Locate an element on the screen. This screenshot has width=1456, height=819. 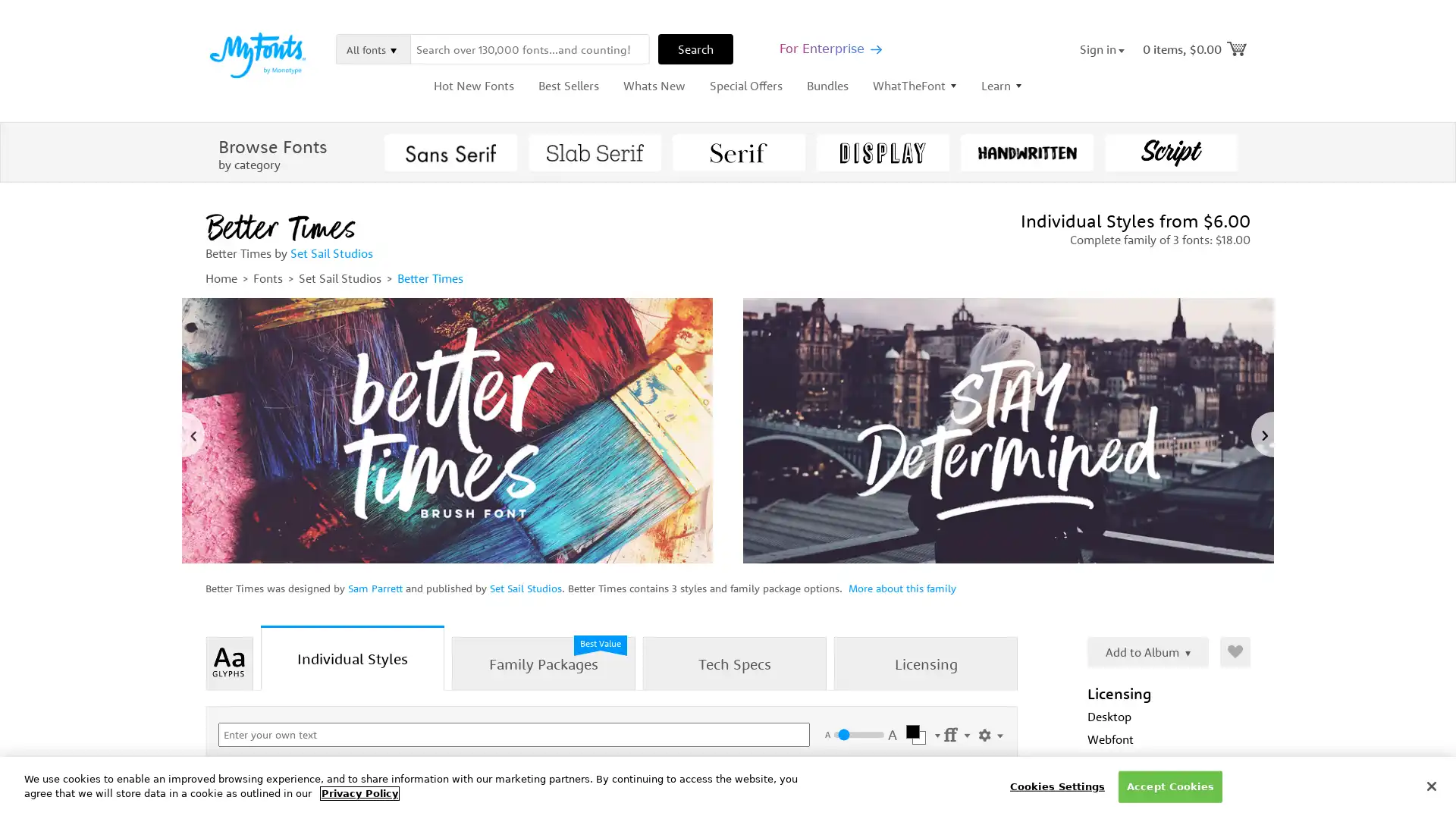
Cookies Settings is located at coordinates (1056, 786).